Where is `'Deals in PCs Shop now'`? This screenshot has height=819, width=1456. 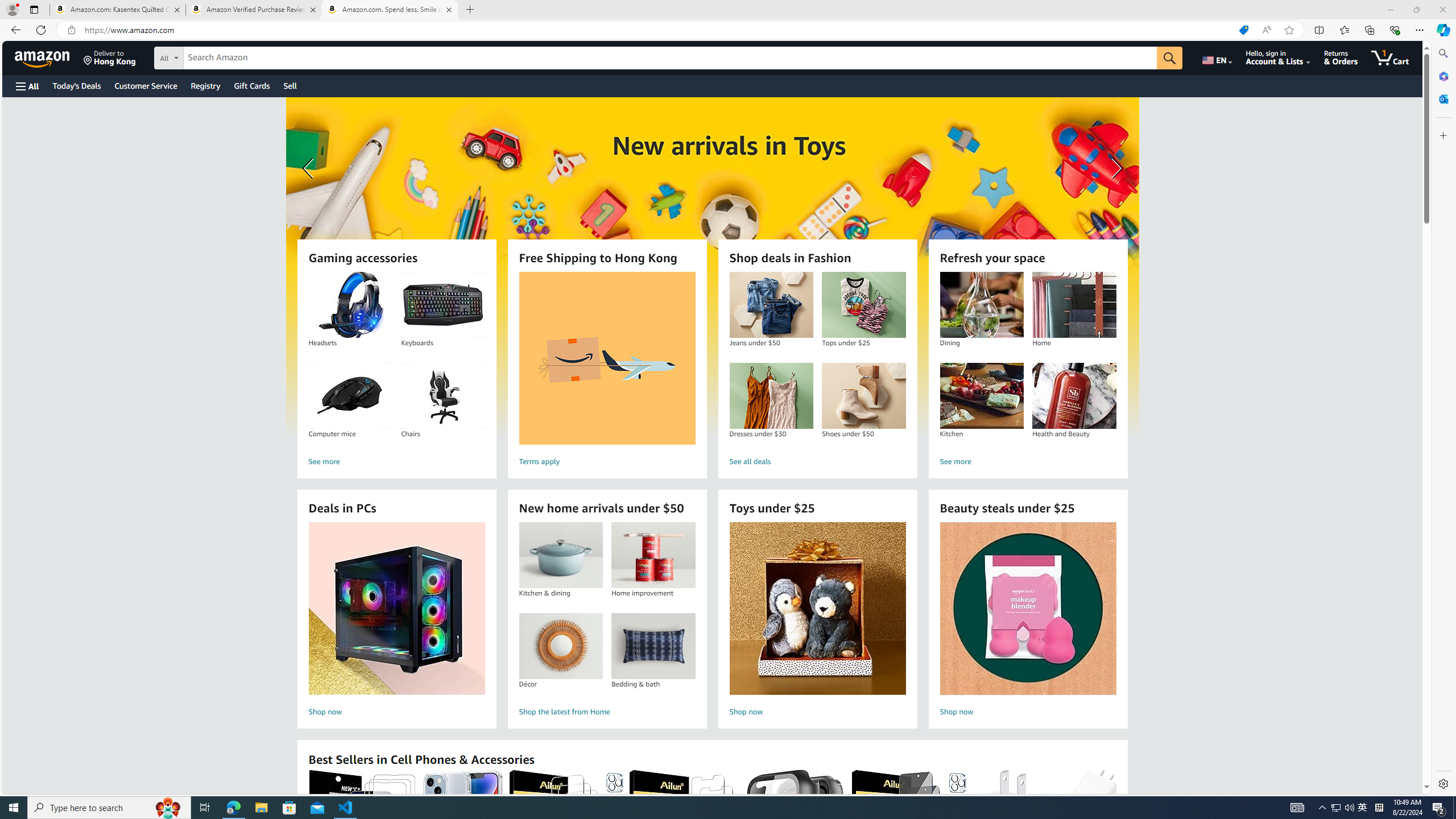
'Deals in PCs Shop now' is located at coordinates (396, 621).